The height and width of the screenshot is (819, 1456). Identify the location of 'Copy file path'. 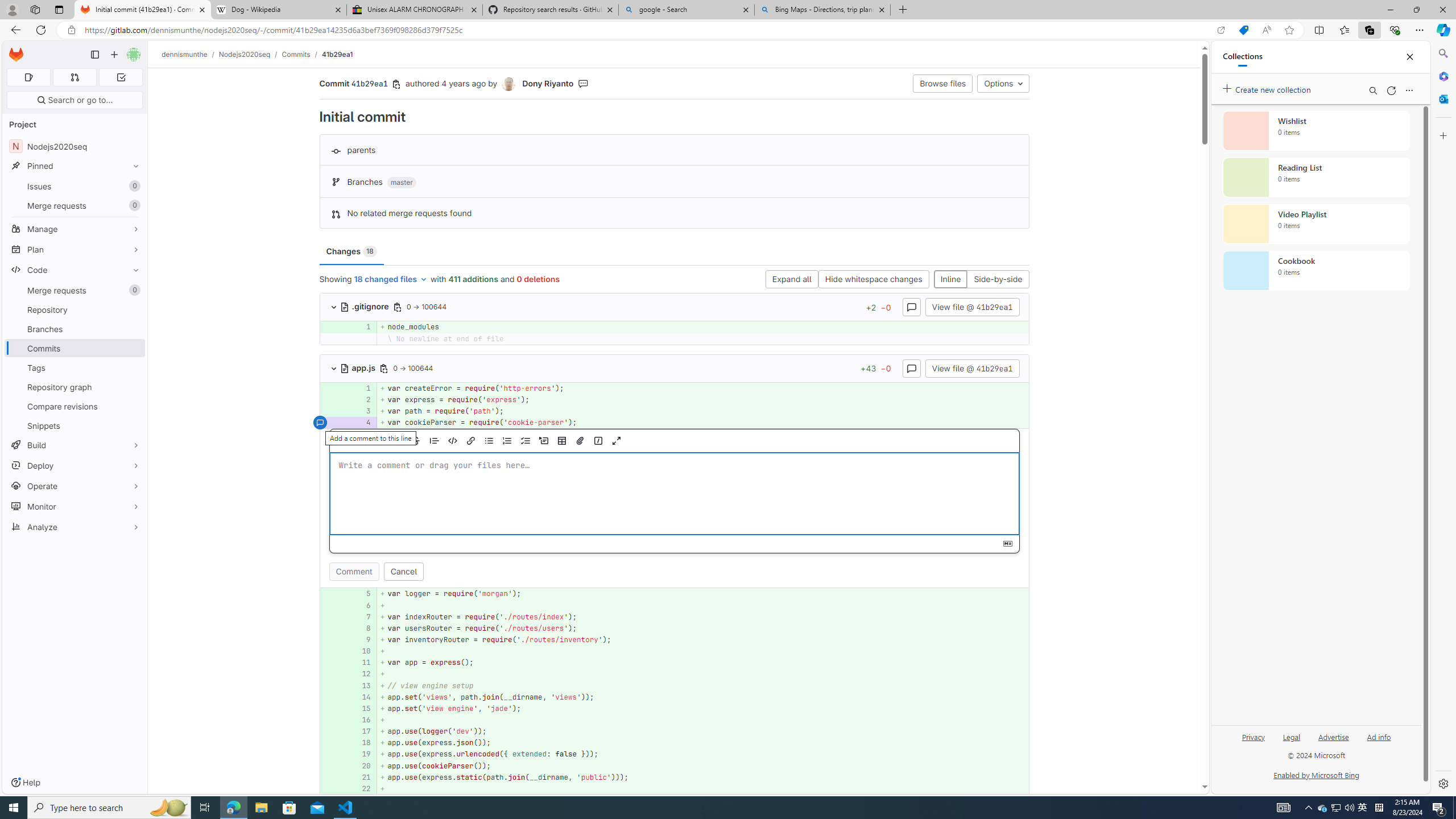
(383, 368).